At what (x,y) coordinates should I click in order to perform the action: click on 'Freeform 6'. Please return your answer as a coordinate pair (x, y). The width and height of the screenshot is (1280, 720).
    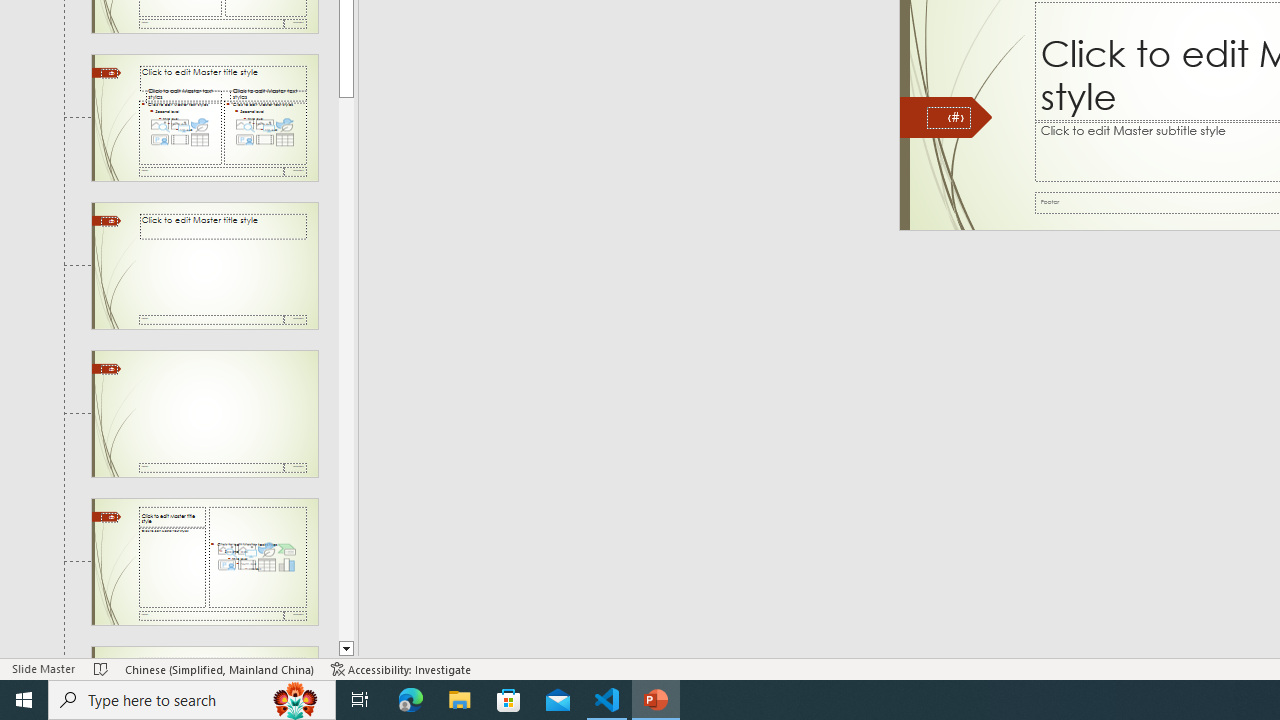
    Looking at the image, I should click on (944, 117).